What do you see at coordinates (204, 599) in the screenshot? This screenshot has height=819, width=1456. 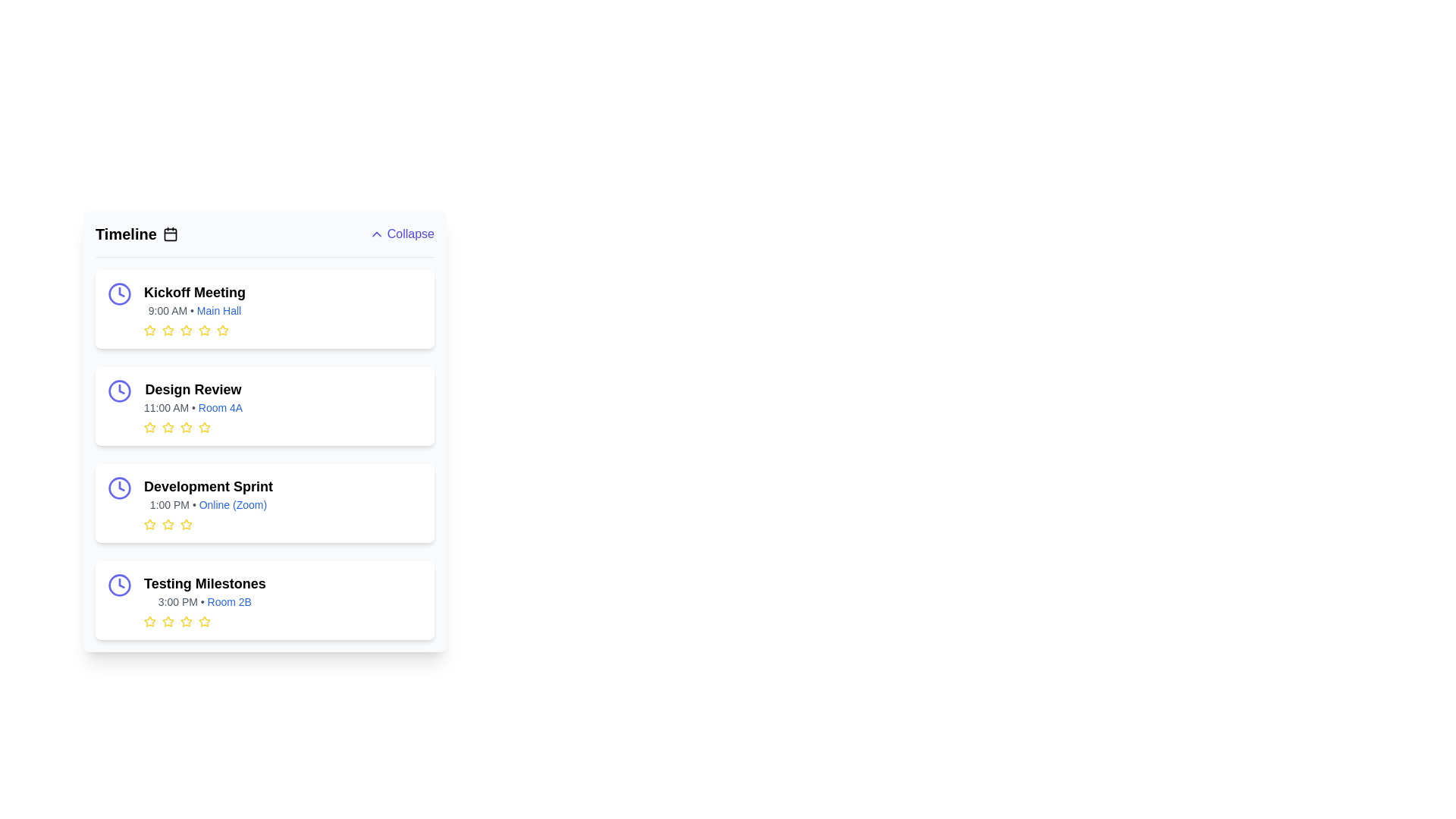 I see `the venue link in the 'Testing Milestones' text block` at bounding box center [204, 599].